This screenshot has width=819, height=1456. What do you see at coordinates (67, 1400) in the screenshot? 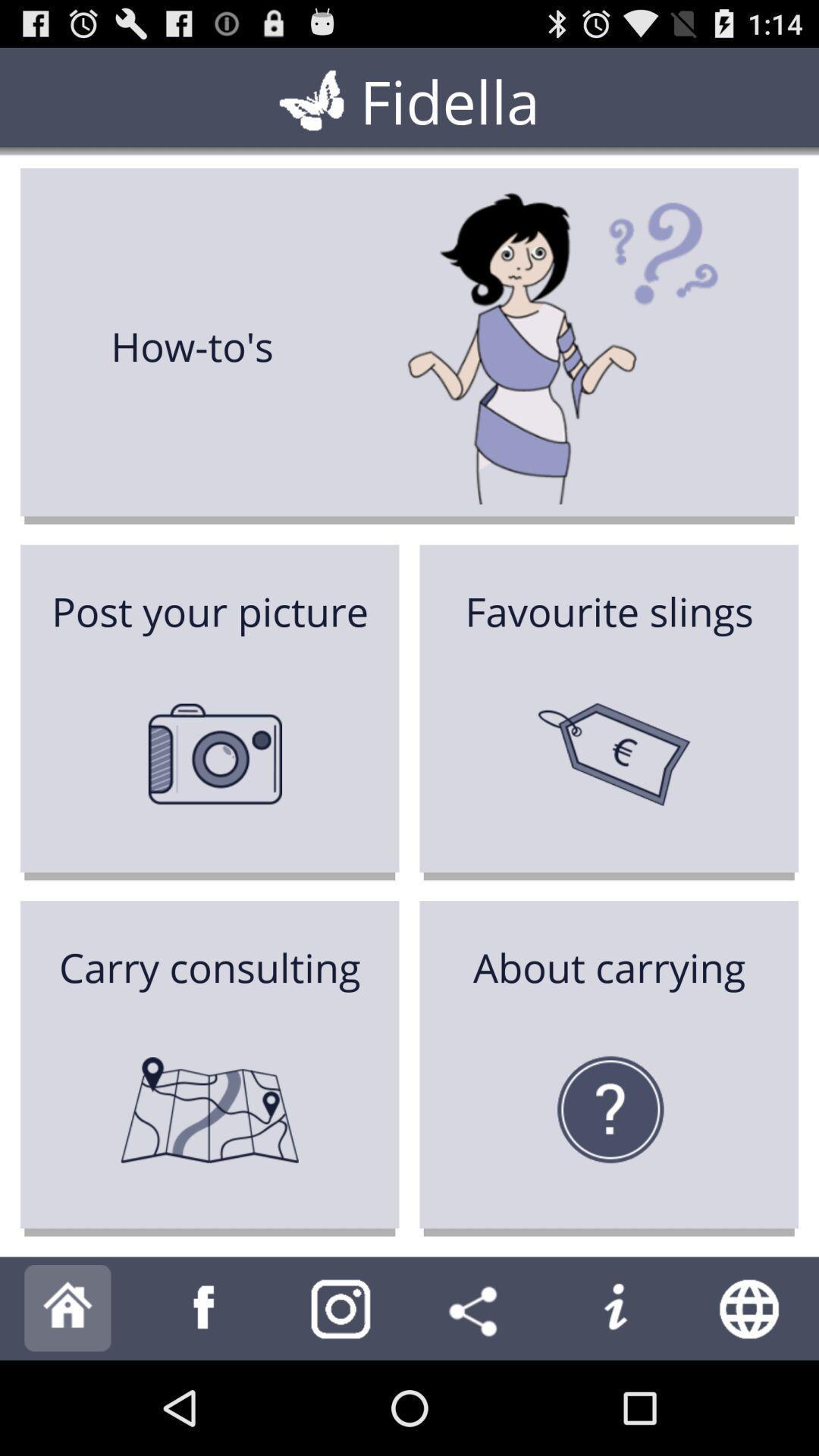
I see `the home icon` at bounding box center [67, 1400].